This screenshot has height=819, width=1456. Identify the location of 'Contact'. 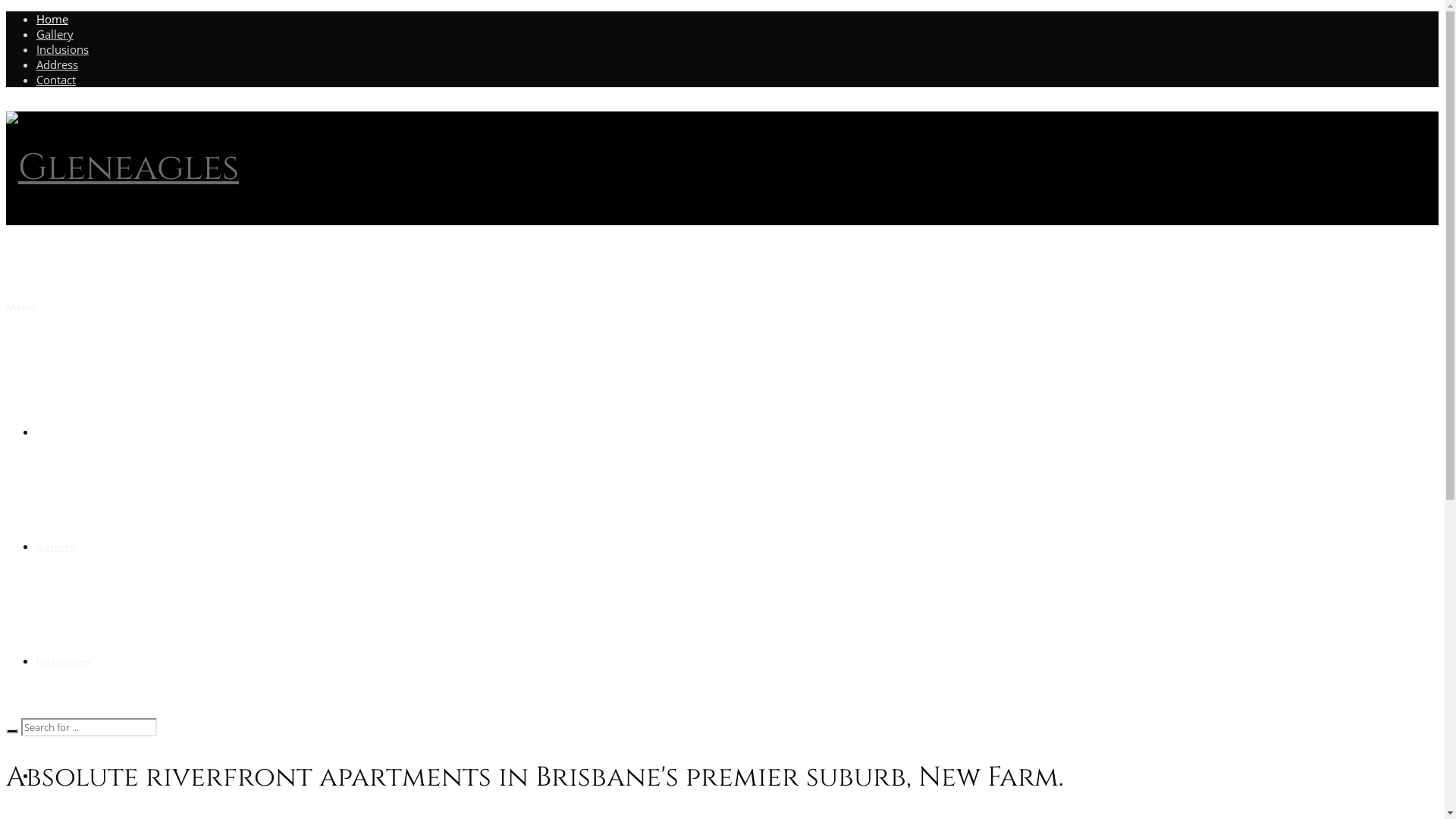
(36, 79).